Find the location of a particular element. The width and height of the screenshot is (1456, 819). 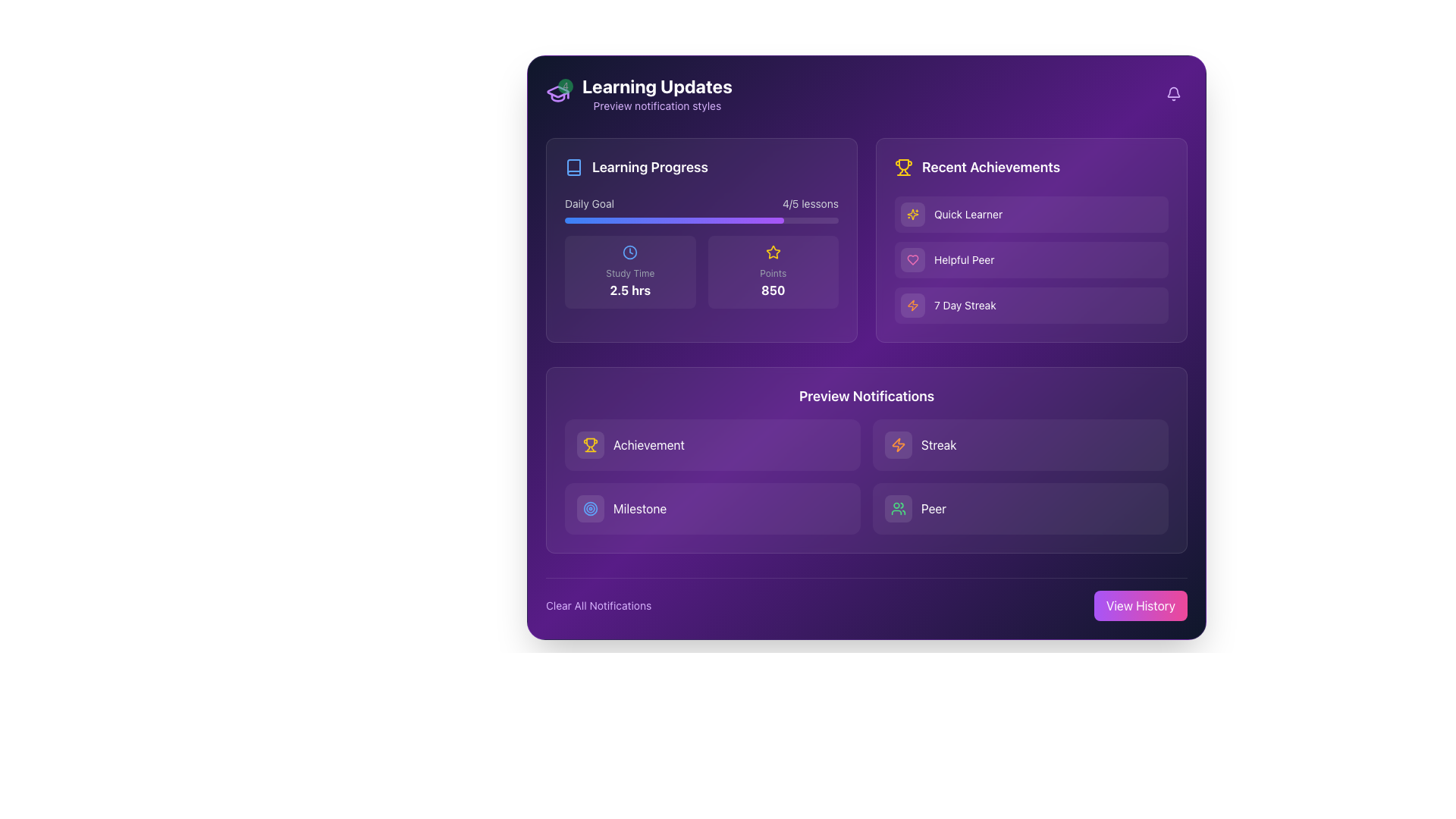

green circular Notification badge displaying the count value '4' located above the 'Learning Updates' header is located at coordinates (557, 93).